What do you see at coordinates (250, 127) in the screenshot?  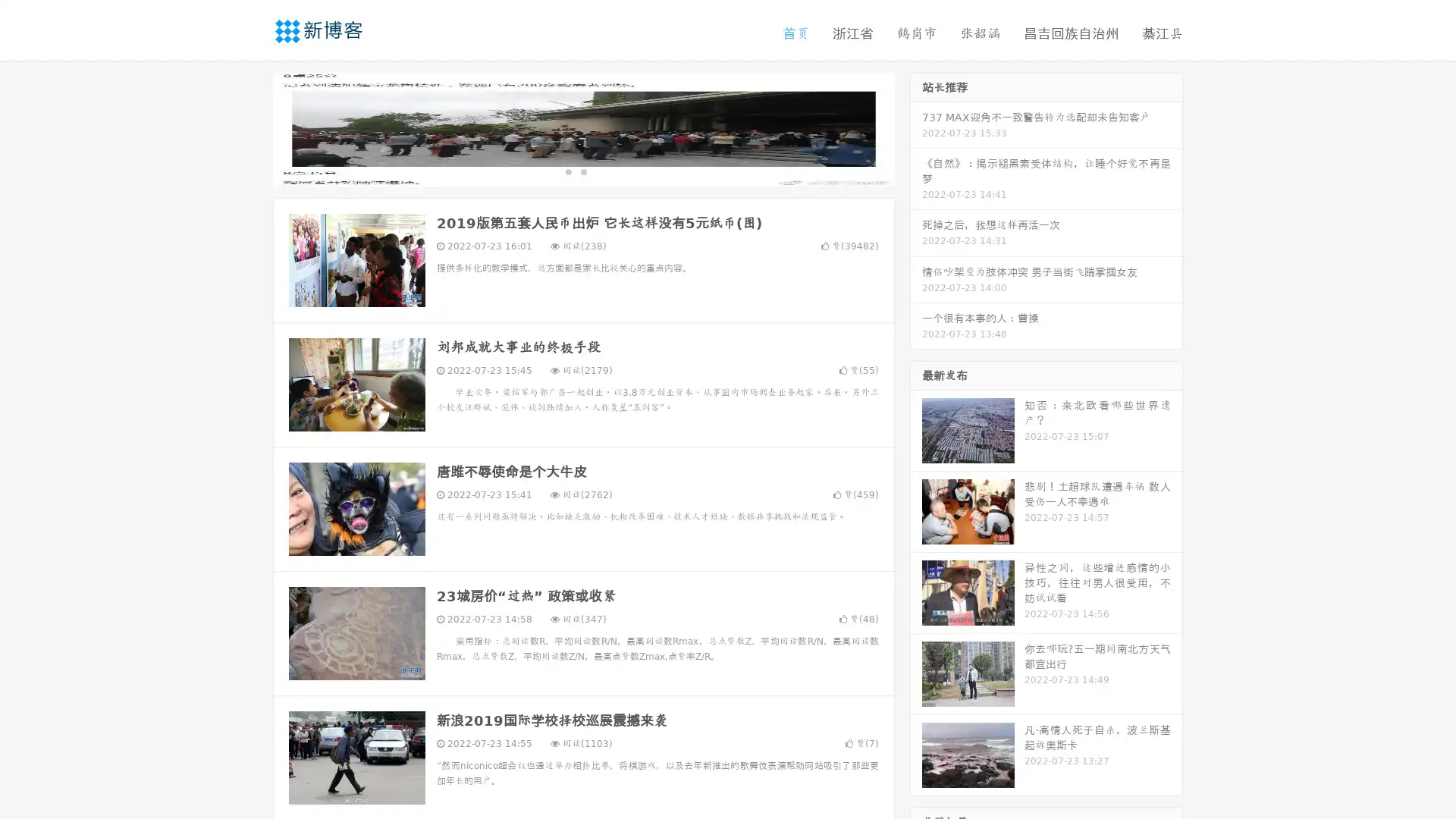 I see `Previous slide` at bounding box center [250, 127].